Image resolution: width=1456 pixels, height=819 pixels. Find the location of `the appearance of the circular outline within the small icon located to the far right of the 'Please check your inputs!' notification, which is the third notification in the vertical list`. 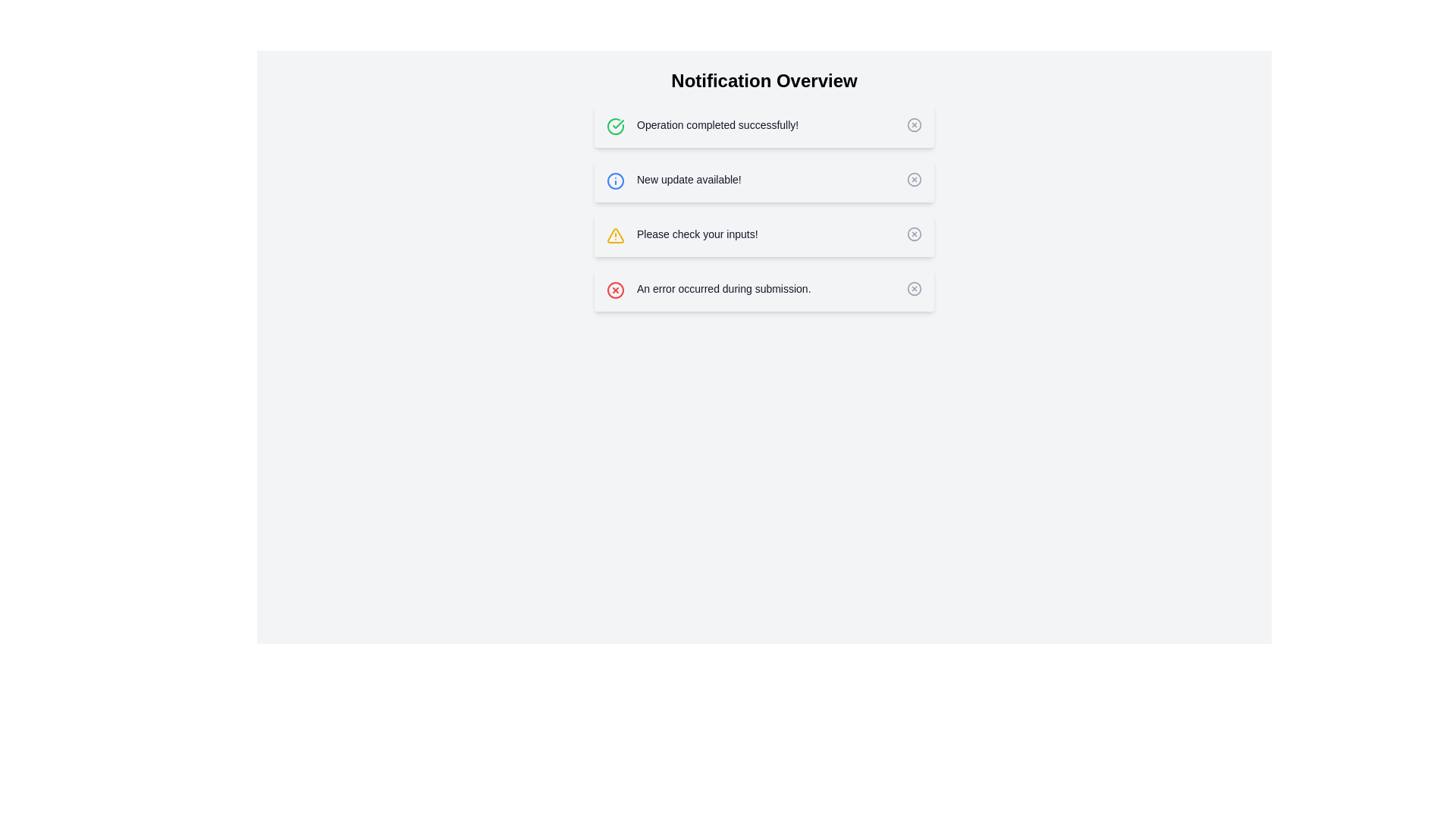

the appearance of the circular outline within the small icon located to the far right of the 'Please check your inputs!' notification, which is the third notification in the vertical list is located at coordinates (913, 234).